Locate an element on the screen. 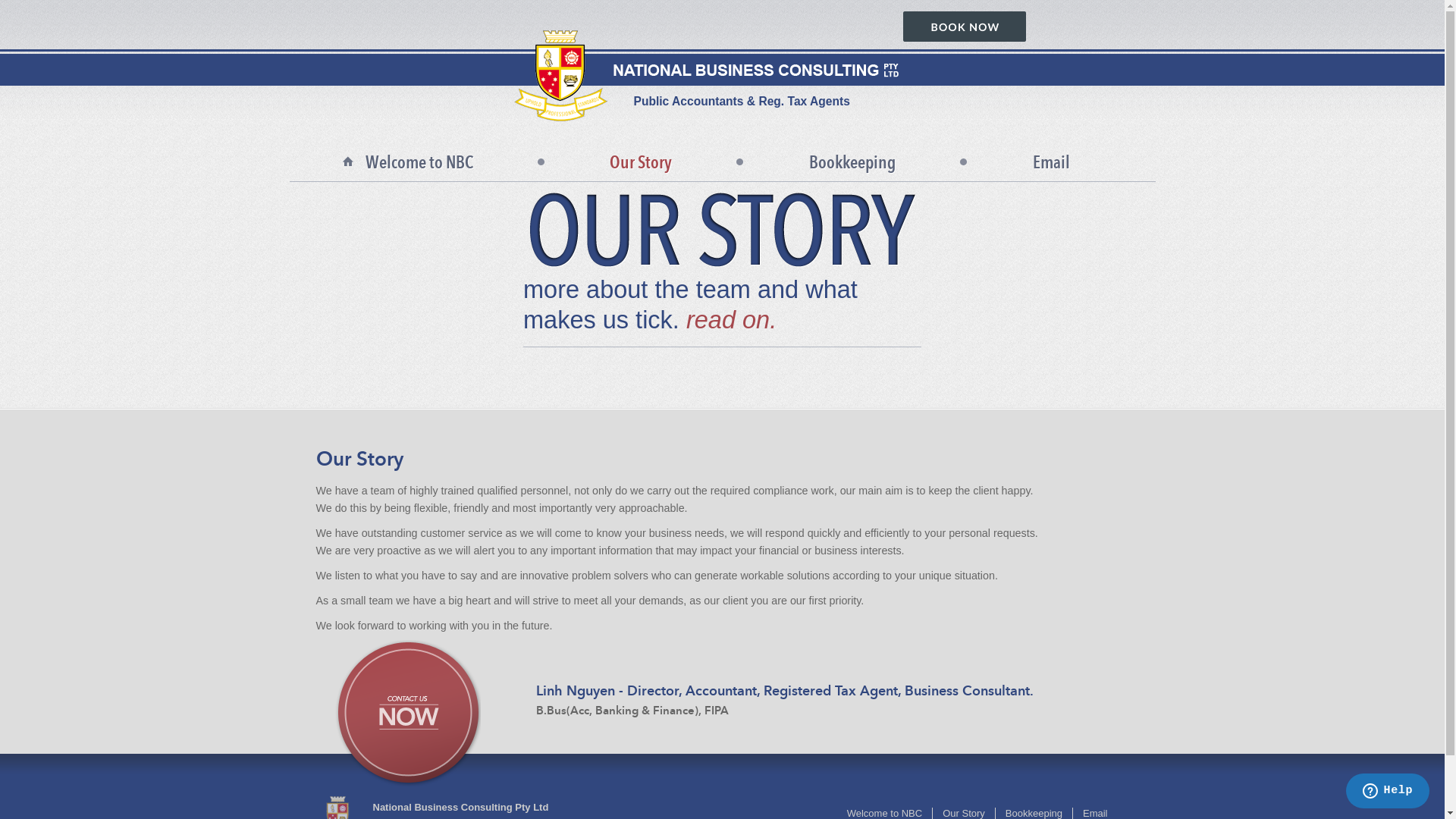 The width and height of the screenshot is (1456, 819). 'Our Story' is located at coordinates (640, 162).